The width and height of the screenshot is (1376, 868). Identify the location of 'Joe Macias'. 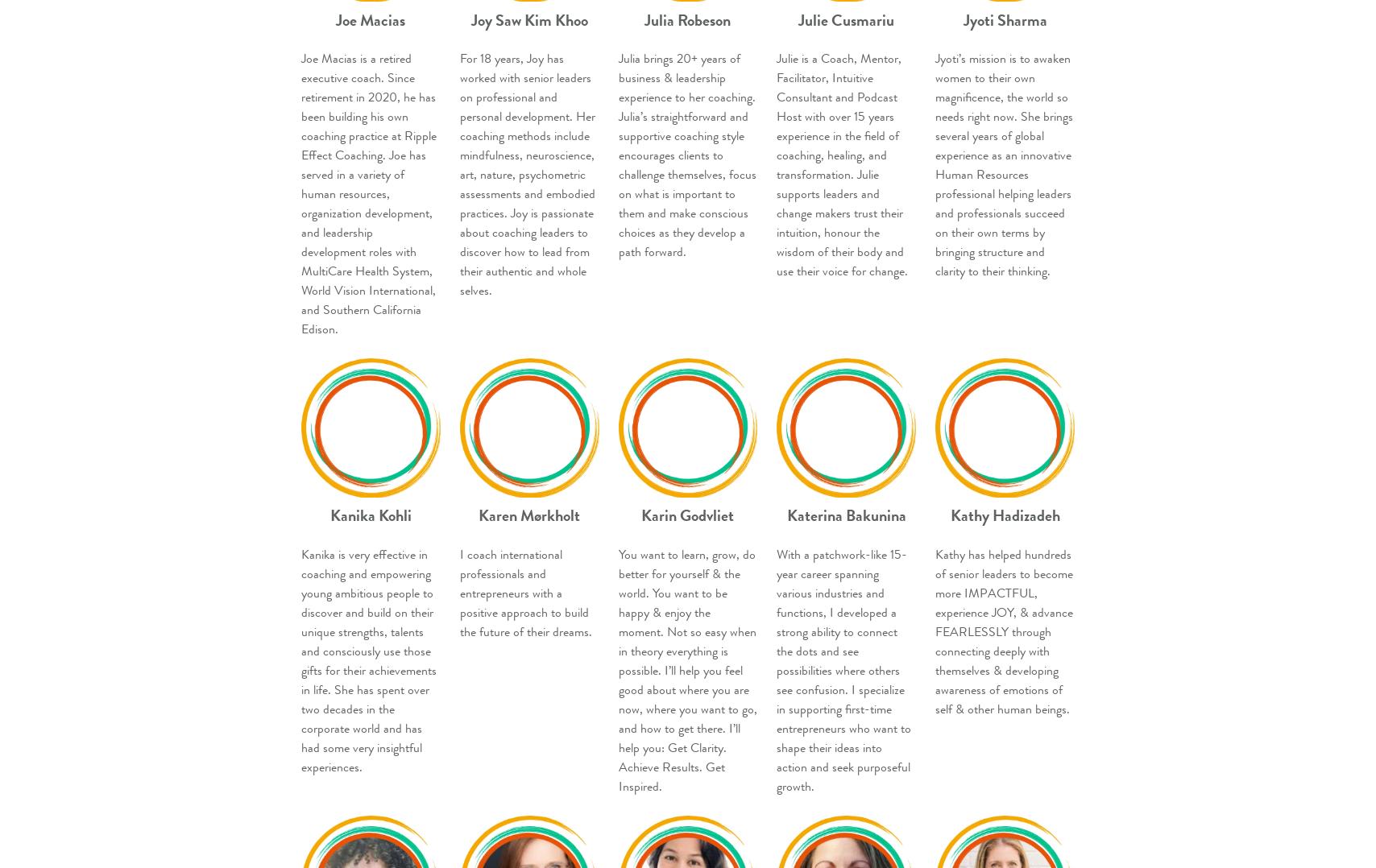
(370, 19).